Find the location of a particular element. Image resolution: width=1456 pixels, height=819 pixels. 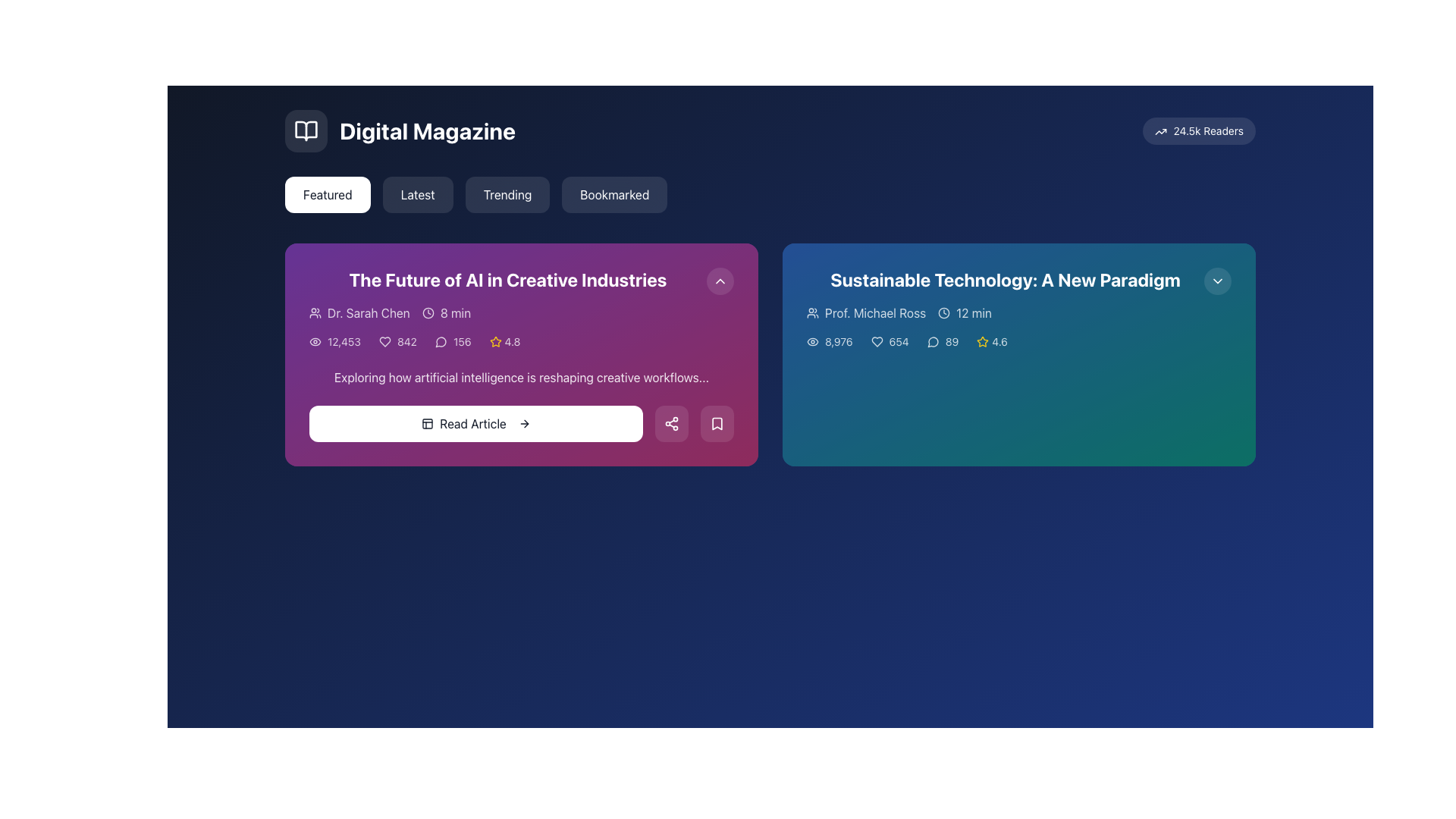

the heart-shaped outline icon representing a 'like' action, located in the engagement stats row of the 'Sustainable Technology: A New Paradigm' card is located at coordinates (877, 342).